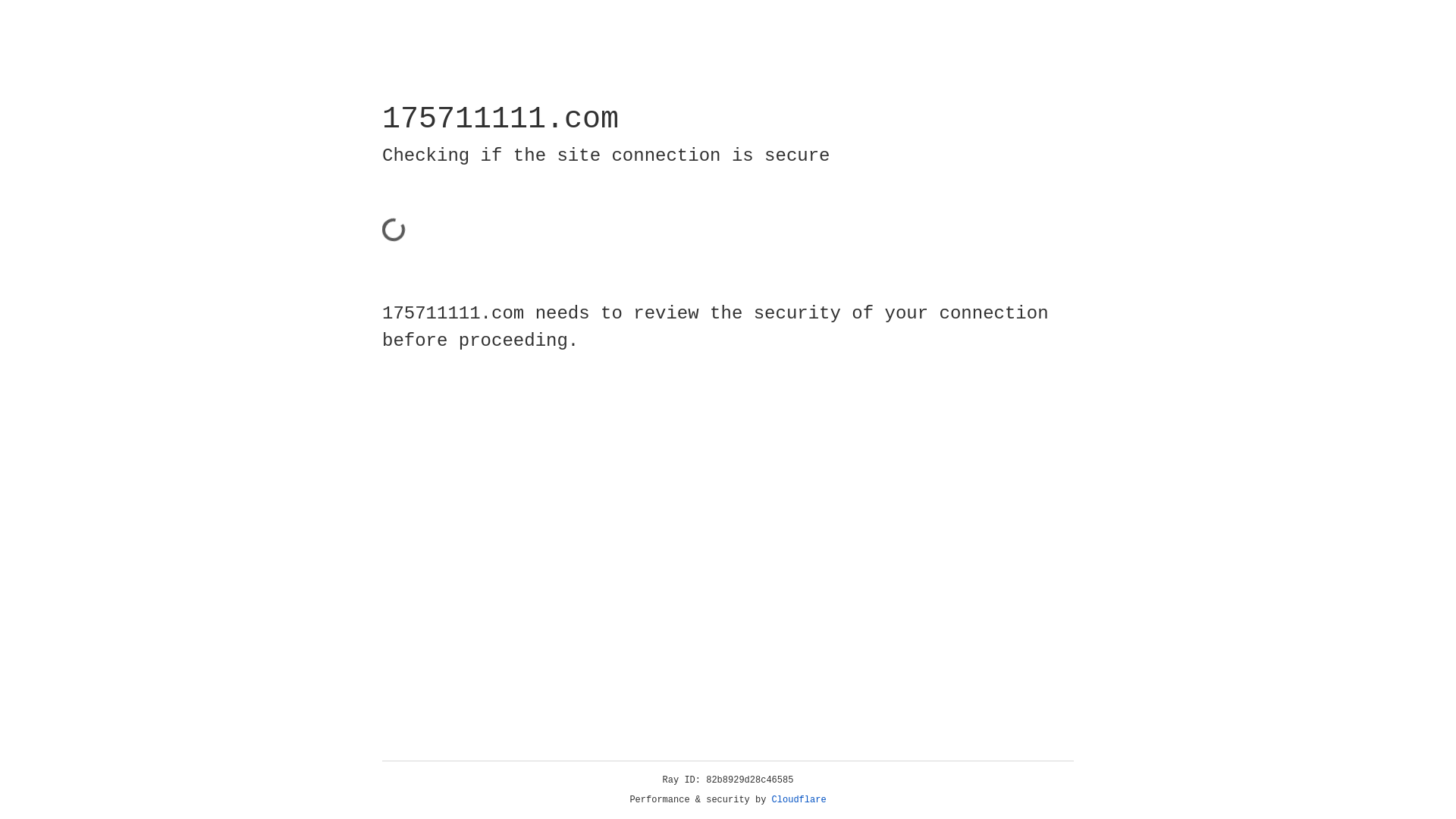  I want to click on 'Cloudflare', so click(799, 799).